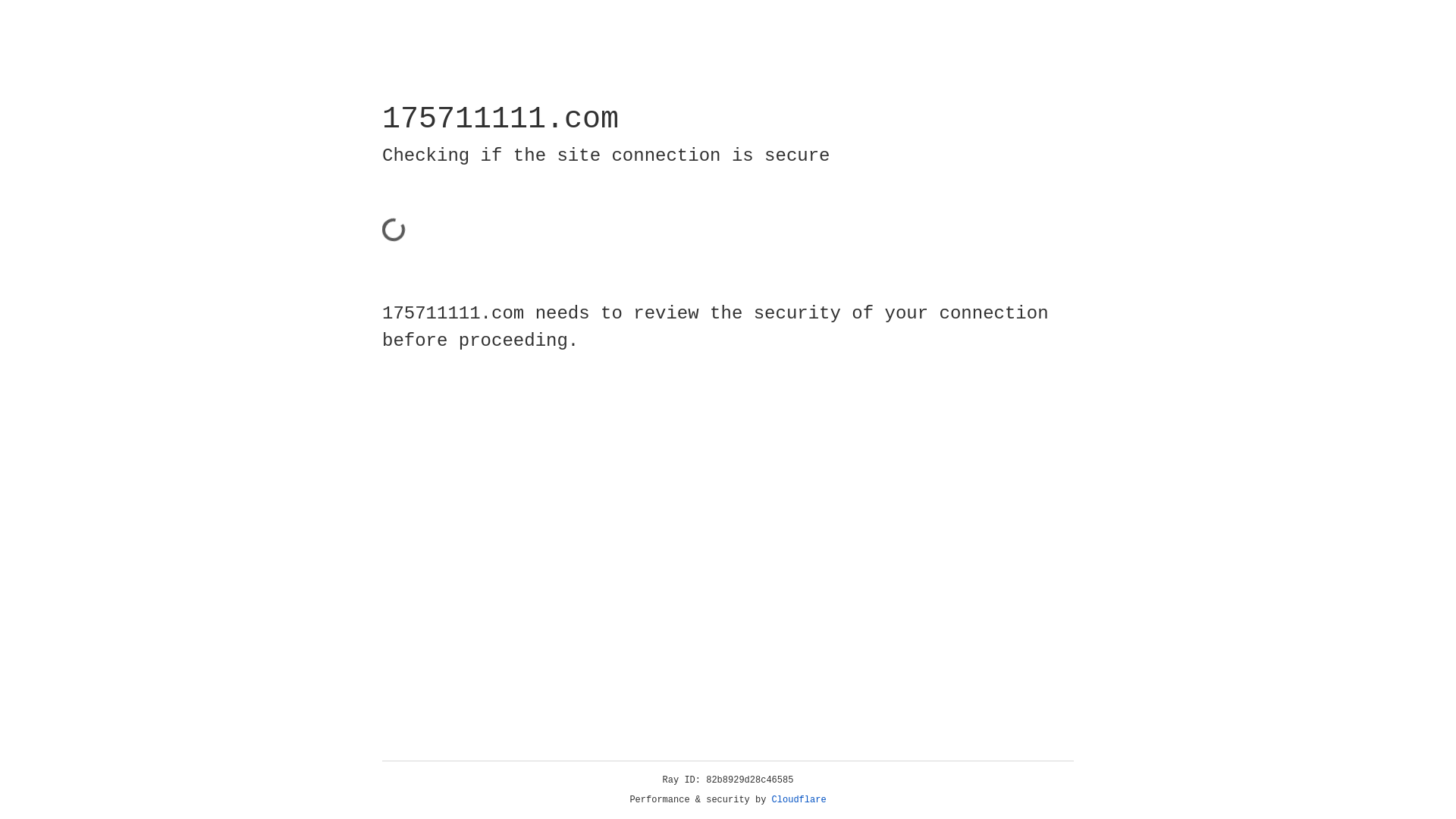  I want to click on 'Cloudflare', so click(799, 799).